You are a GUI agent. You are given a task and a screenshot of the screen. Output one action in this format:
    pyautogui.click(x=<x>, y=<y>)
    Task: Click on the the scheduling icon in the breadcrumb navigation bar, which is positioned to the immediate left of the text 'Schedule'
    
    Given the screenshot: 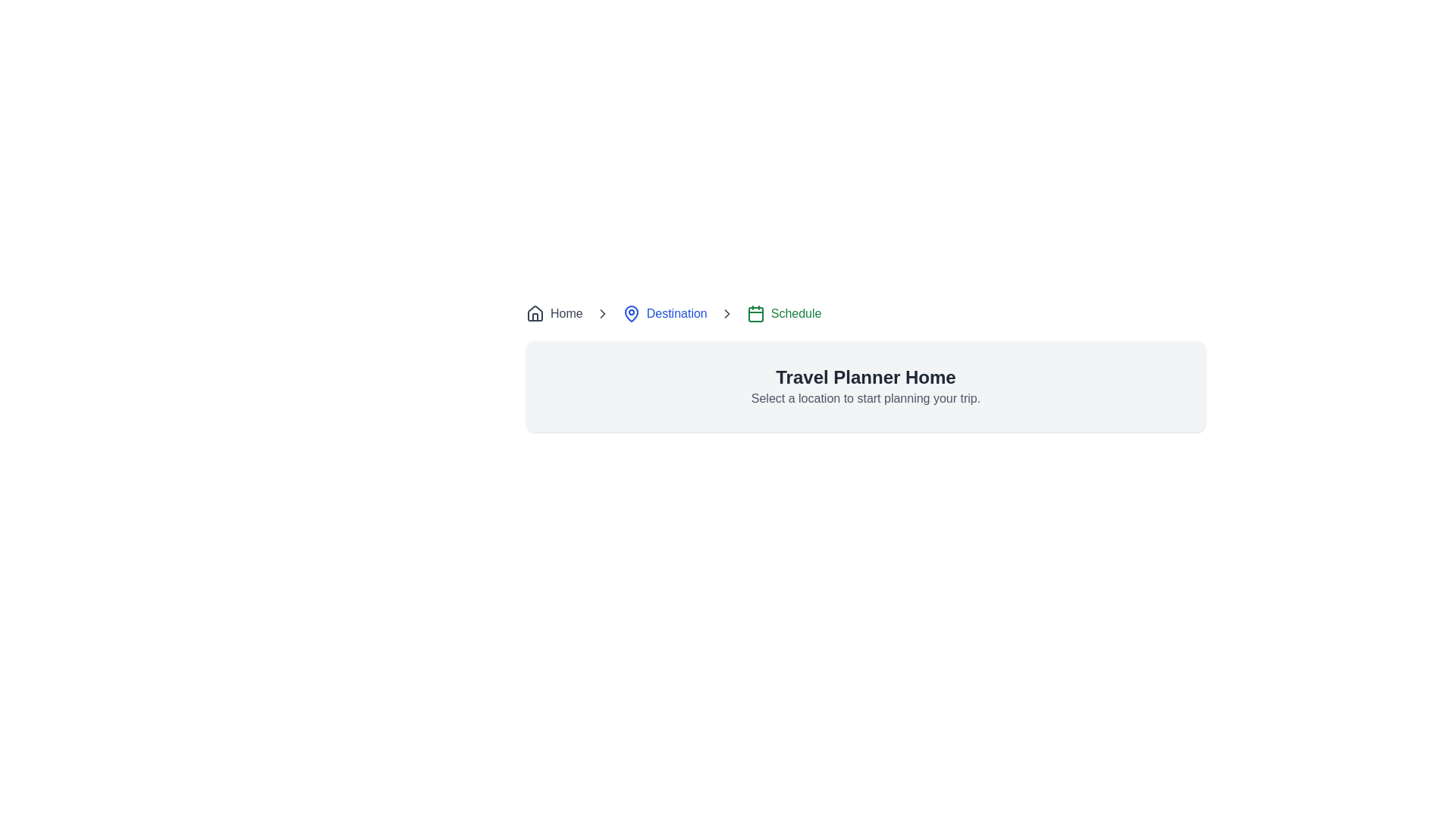 What is the action you would take?
    pyautogui.click(x=755, y=312)
    